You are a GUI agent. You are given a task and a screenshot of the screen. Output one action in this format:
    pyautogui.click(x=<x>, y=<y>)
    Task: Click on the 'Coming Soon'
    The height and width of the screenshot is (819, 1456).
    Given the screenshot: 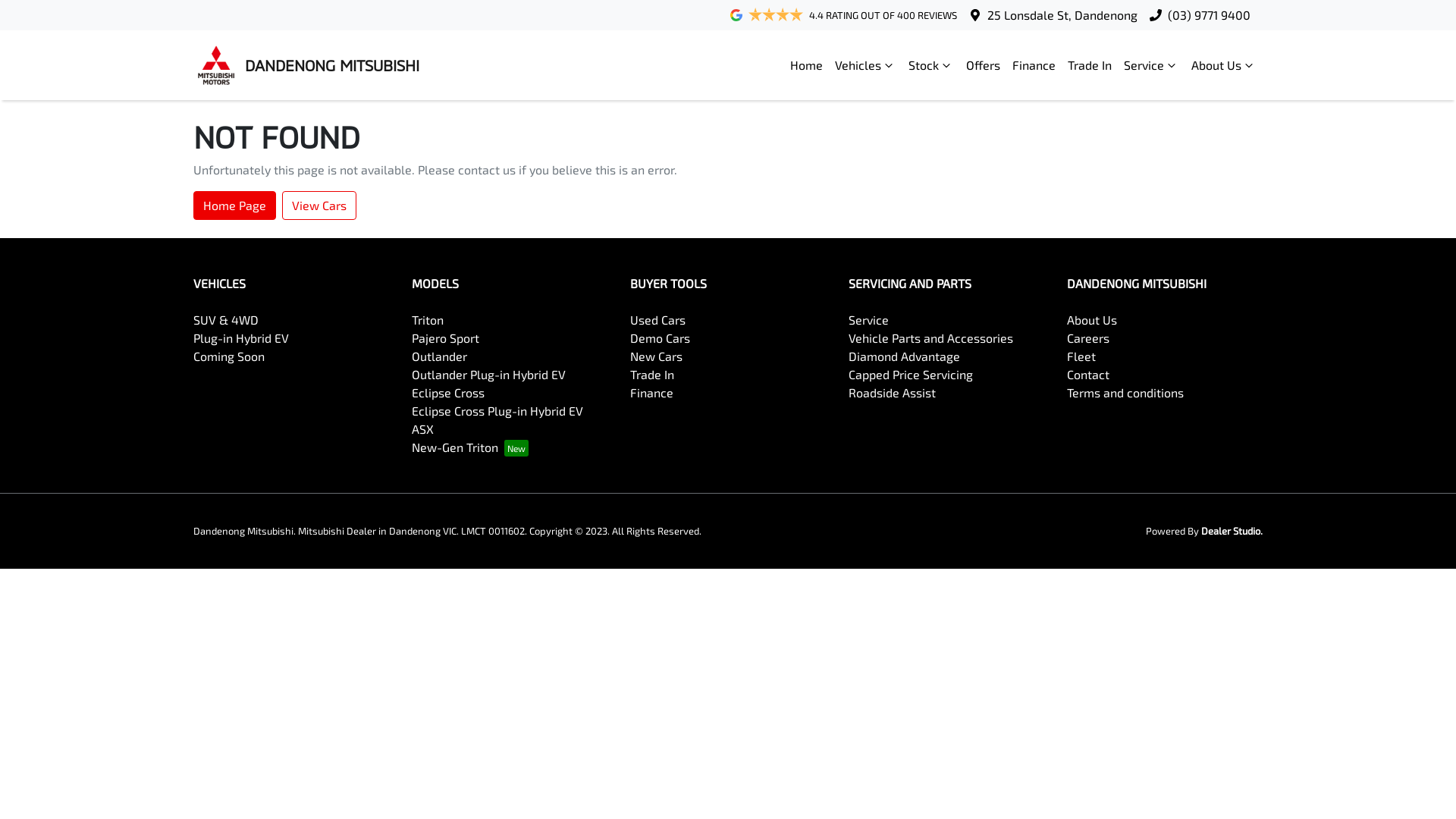 What is the action you would take?
    pyautogui.click(x=228, y=356)
    